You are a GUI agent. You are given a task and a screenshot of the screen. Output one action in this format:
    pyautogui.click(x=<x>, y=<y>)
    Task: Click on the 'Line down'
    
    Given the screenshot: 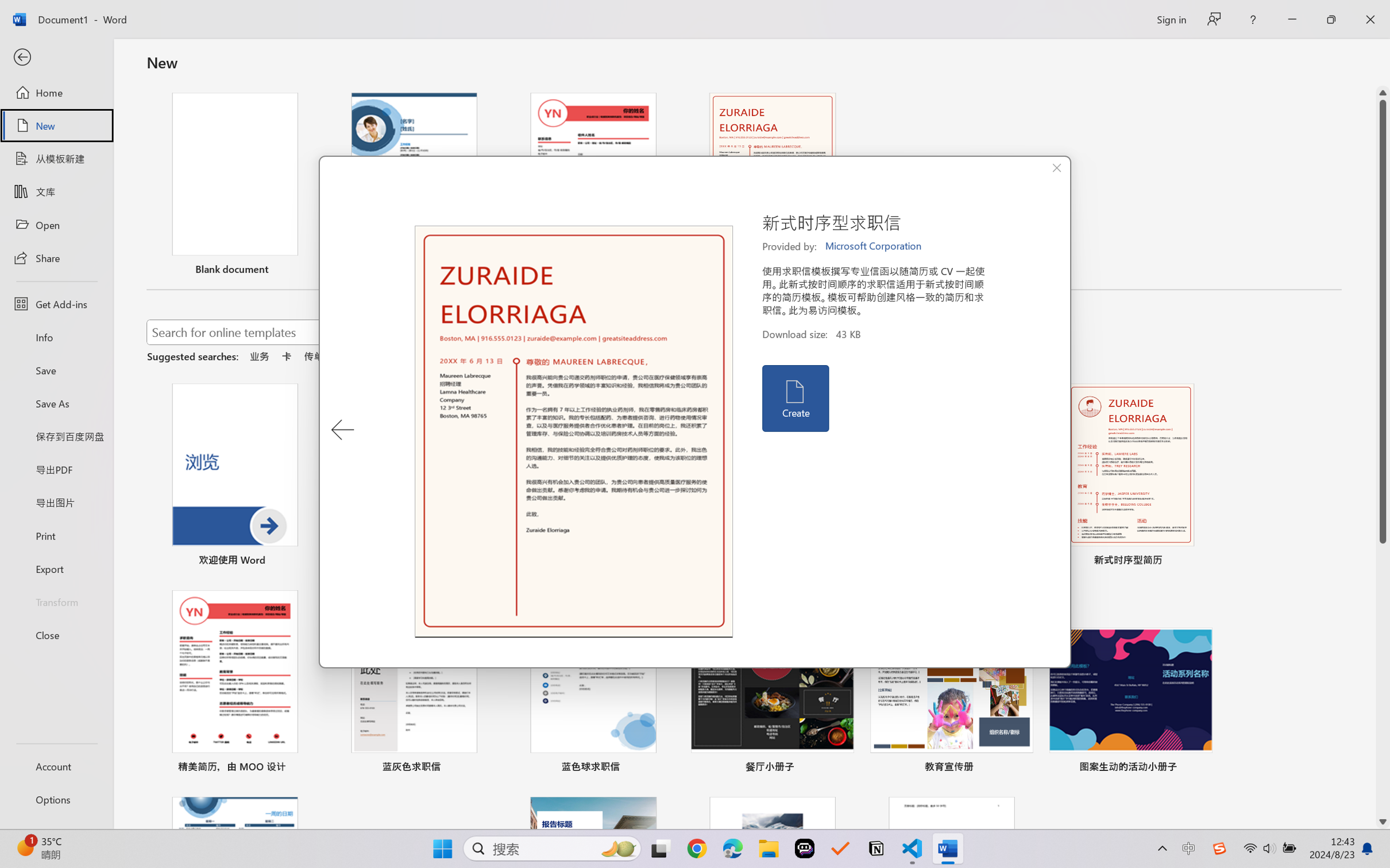 What is the action you would take?
    pyautogui.click(x=1383, y=822)
    